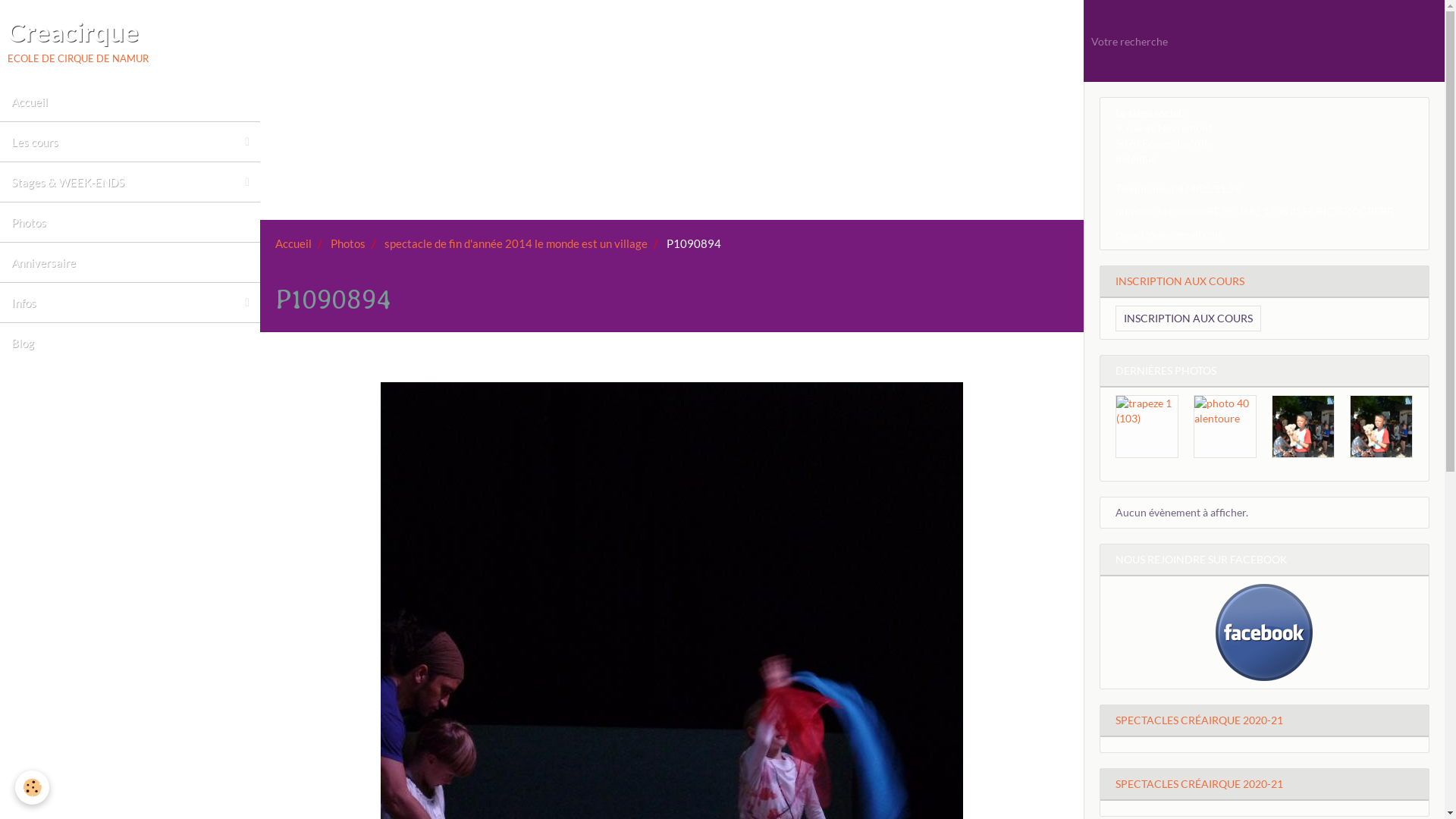  I want to click on 'Creacirque, so click(77, 40).